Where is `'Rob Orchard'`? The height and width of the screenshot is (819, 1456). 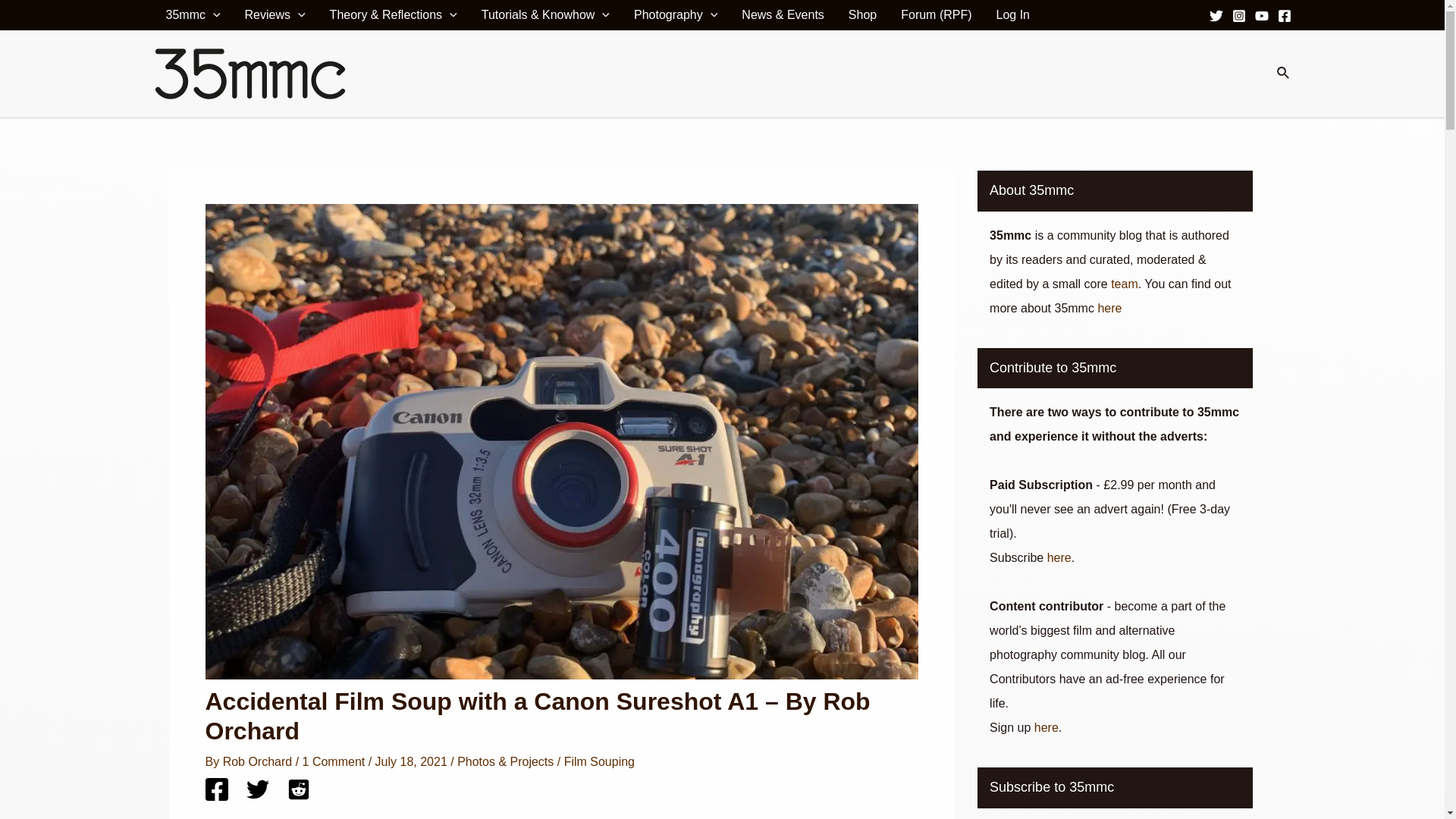
'Rob Orchard' is located at coordinates (259, 761).